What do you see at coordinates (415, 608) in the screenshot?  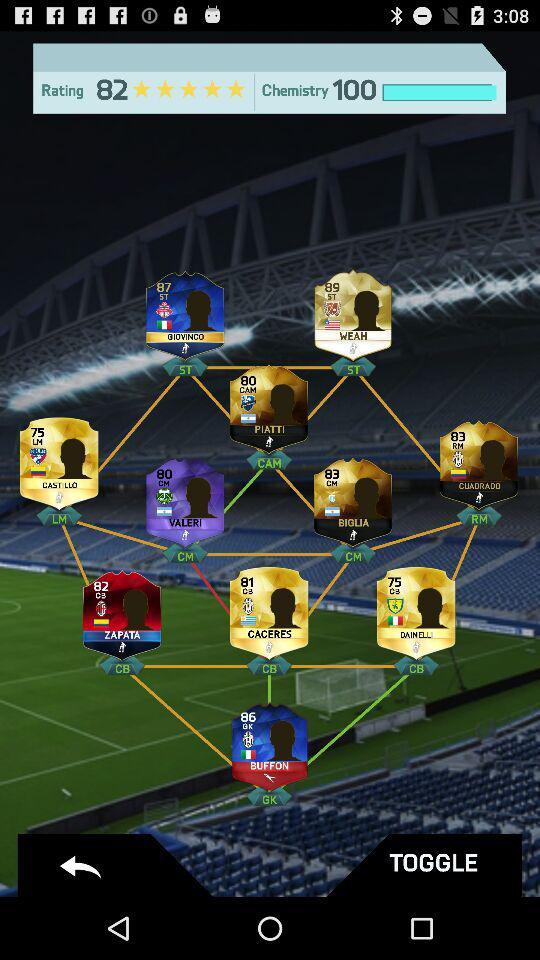 I see `click for more info` at bounding box center [415, 608].